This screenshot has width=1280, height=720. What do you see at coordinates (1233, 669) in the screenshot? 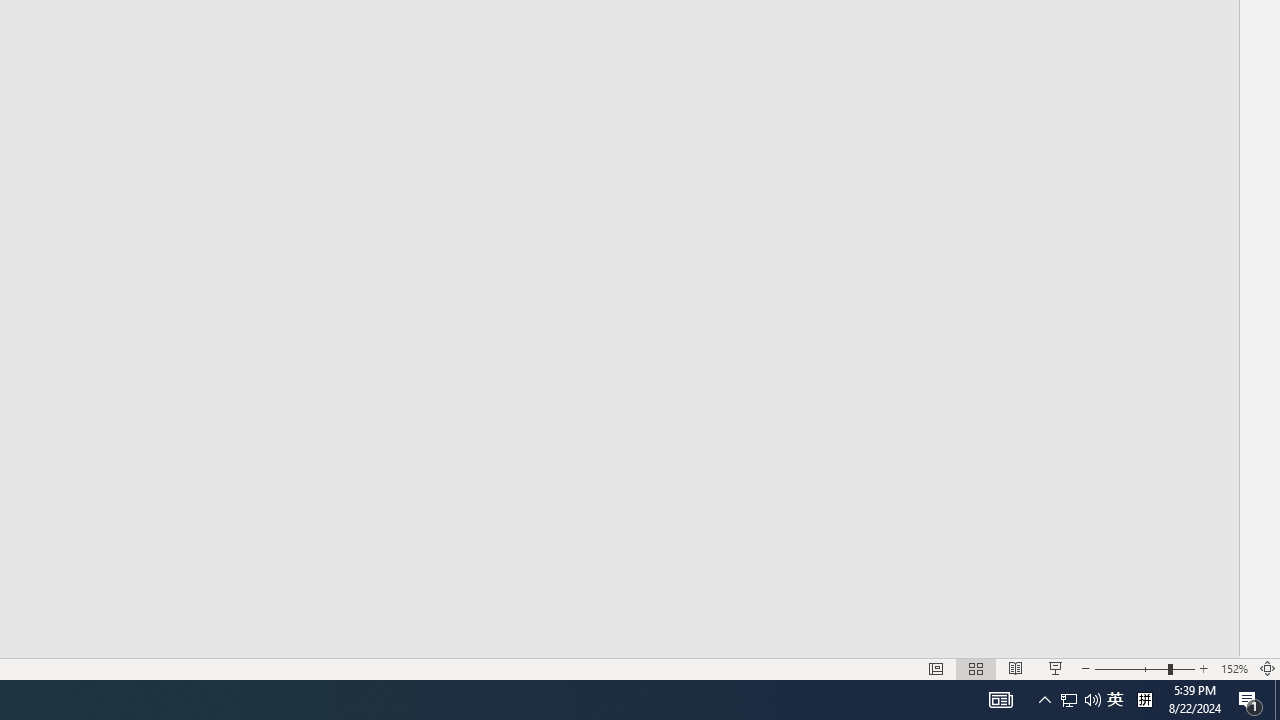
I see `'Zoom 152%'` at bounding box center [1233, 669].